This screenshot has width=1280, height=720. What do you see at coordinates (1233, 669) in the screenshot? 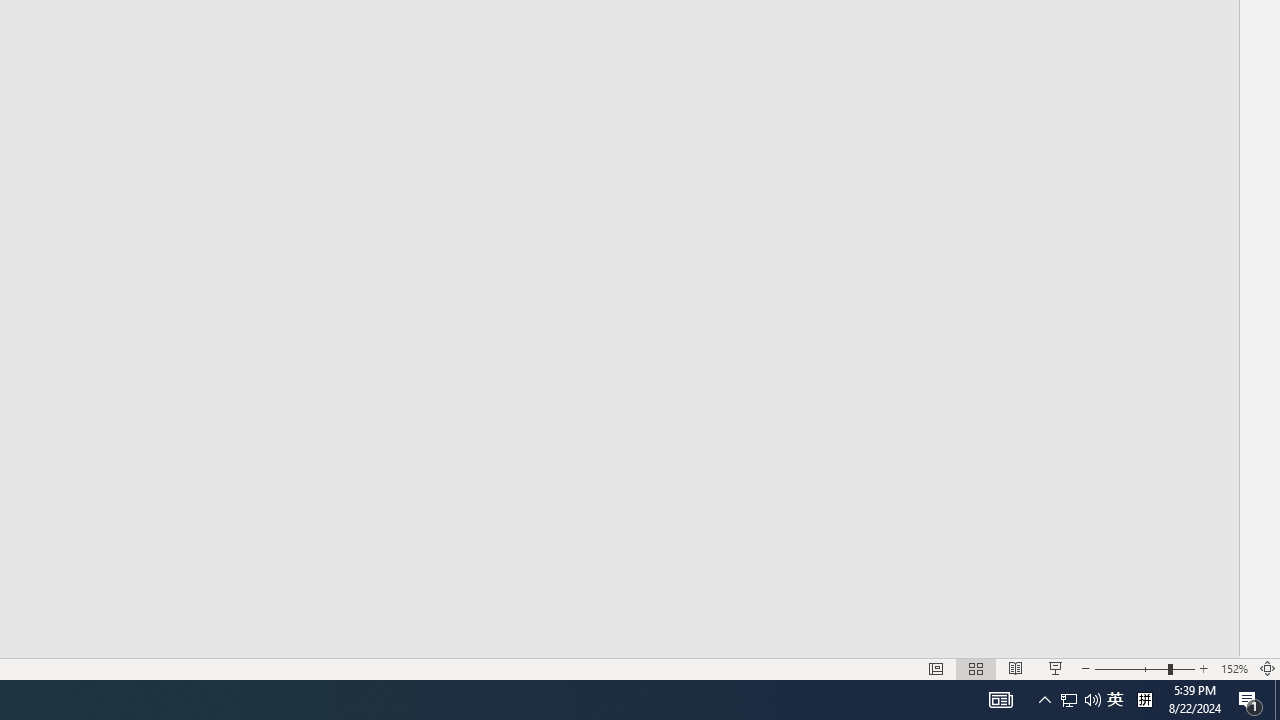
I see `'Zoom 152%'` at bounding box center [1233, 669].